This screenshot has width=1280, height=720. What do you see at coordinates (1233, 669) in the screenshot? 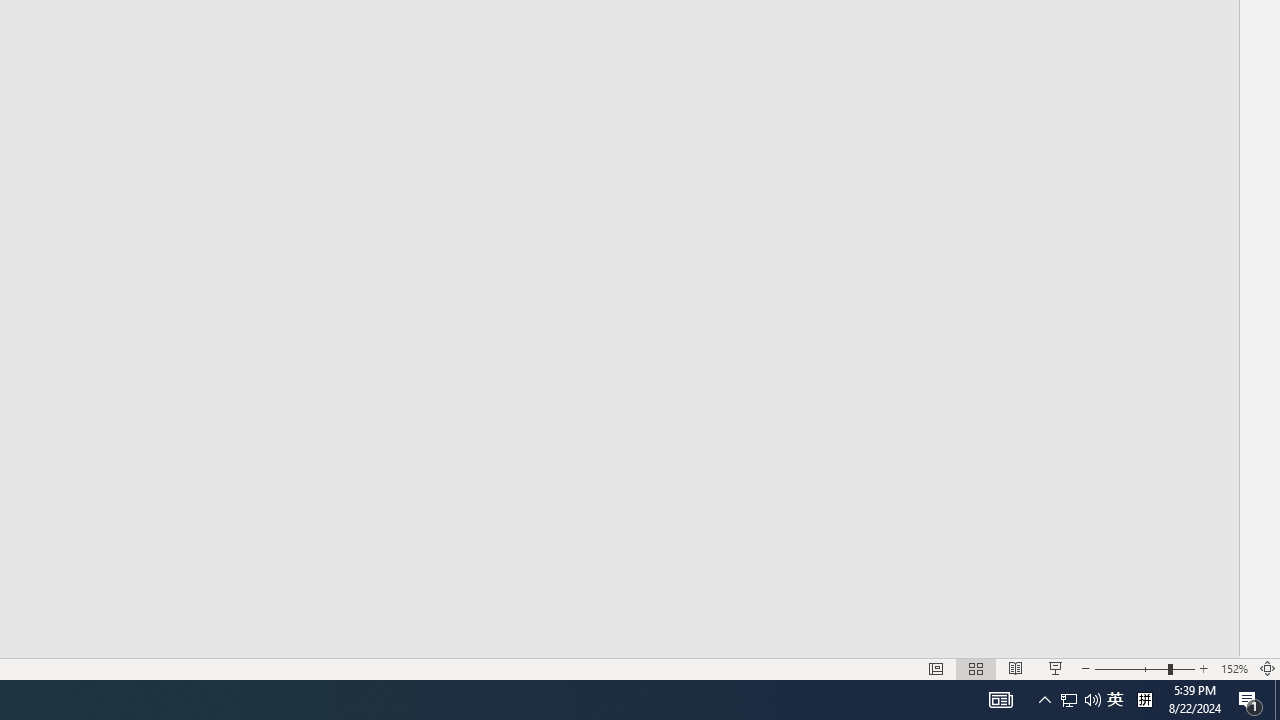
I see `'Zoom 152%'` at bounding box center [1233, 669].